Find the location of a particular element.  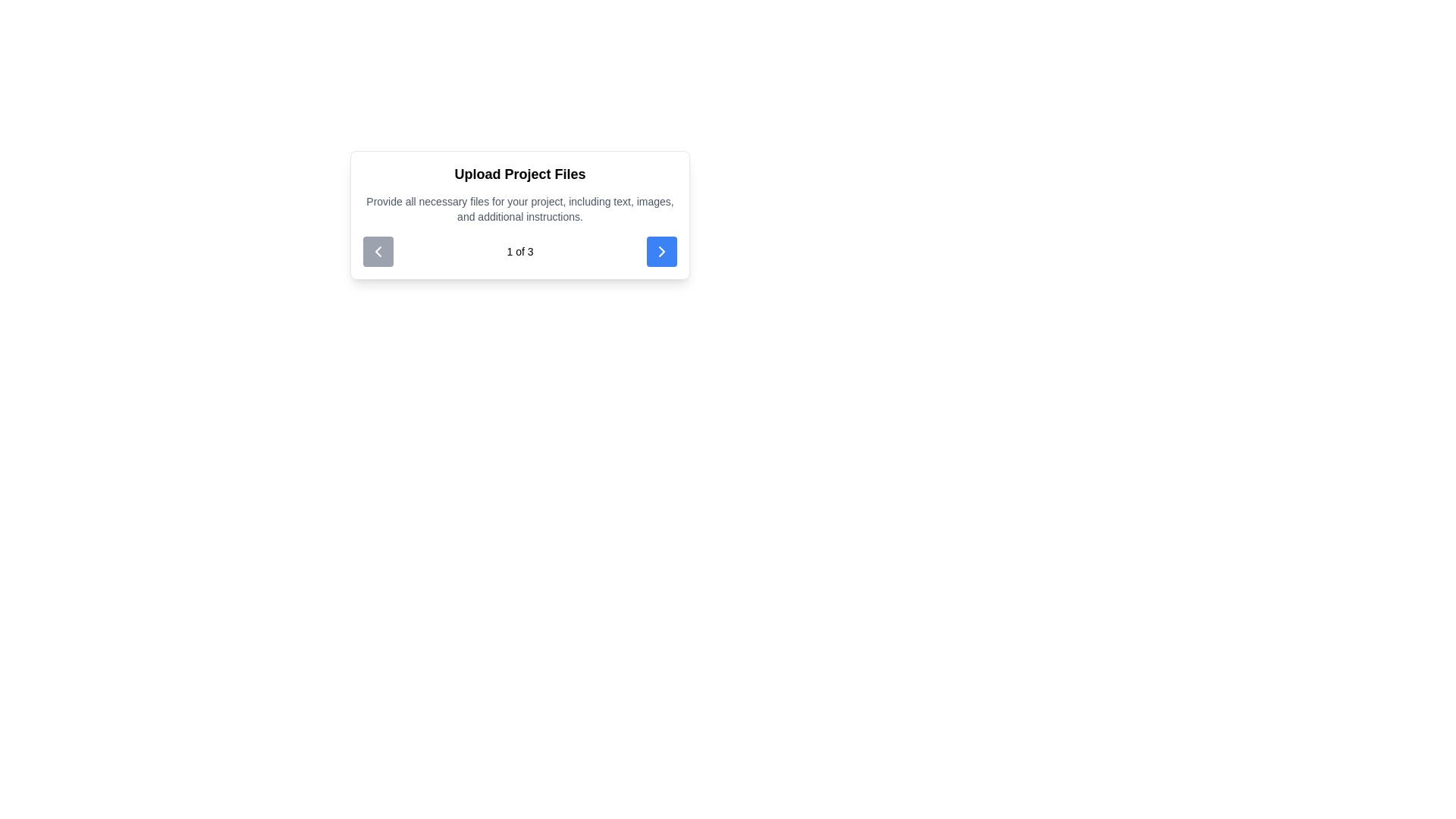

the leftward-pointing chevron icon, which is styled as a white icon on a blue circular background, located in the pagination section is located at coordinates (378, 250).